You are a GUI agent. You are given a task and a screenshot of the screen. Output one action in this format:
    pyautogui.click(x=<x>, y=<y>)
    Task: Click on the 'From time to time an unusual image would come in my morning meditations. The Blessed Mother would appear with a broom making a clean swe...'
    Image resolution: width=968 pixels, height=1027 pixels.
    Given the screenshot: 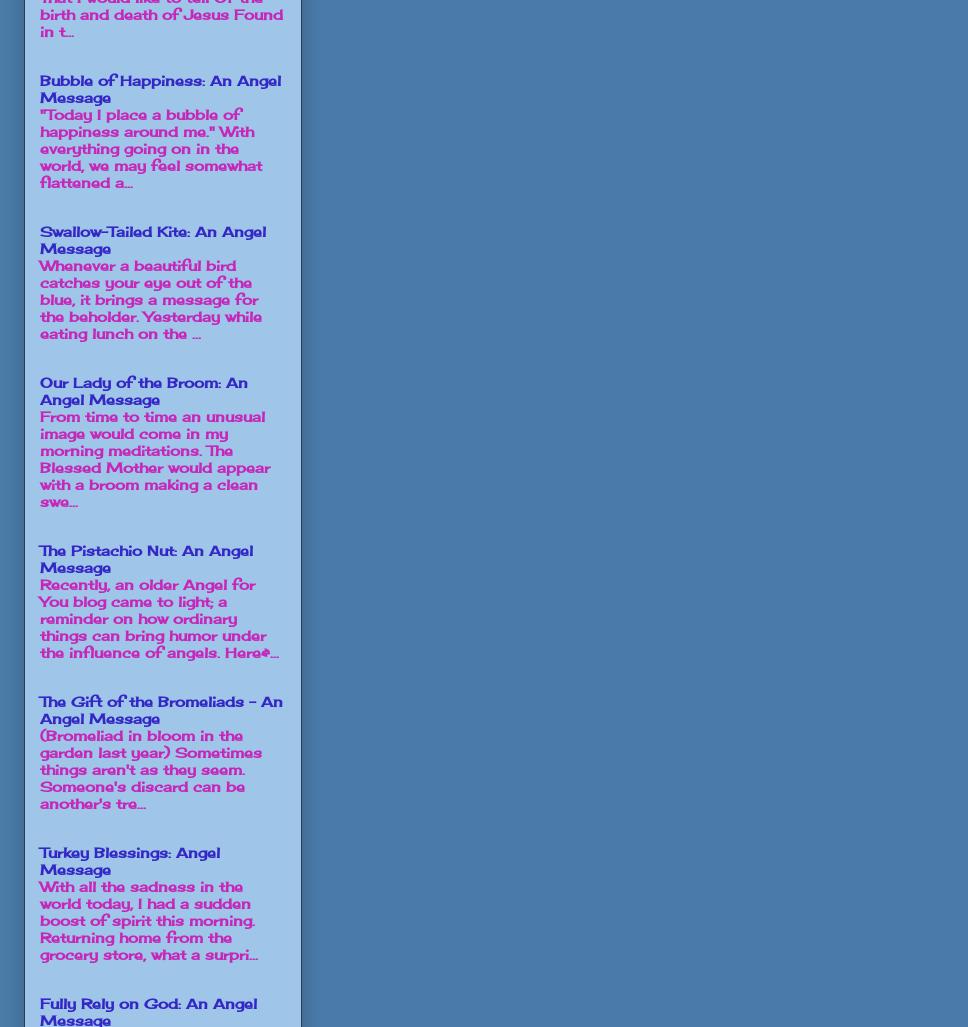 What is the action you would take?
    pyautogui.click(x=153, y=458)
    